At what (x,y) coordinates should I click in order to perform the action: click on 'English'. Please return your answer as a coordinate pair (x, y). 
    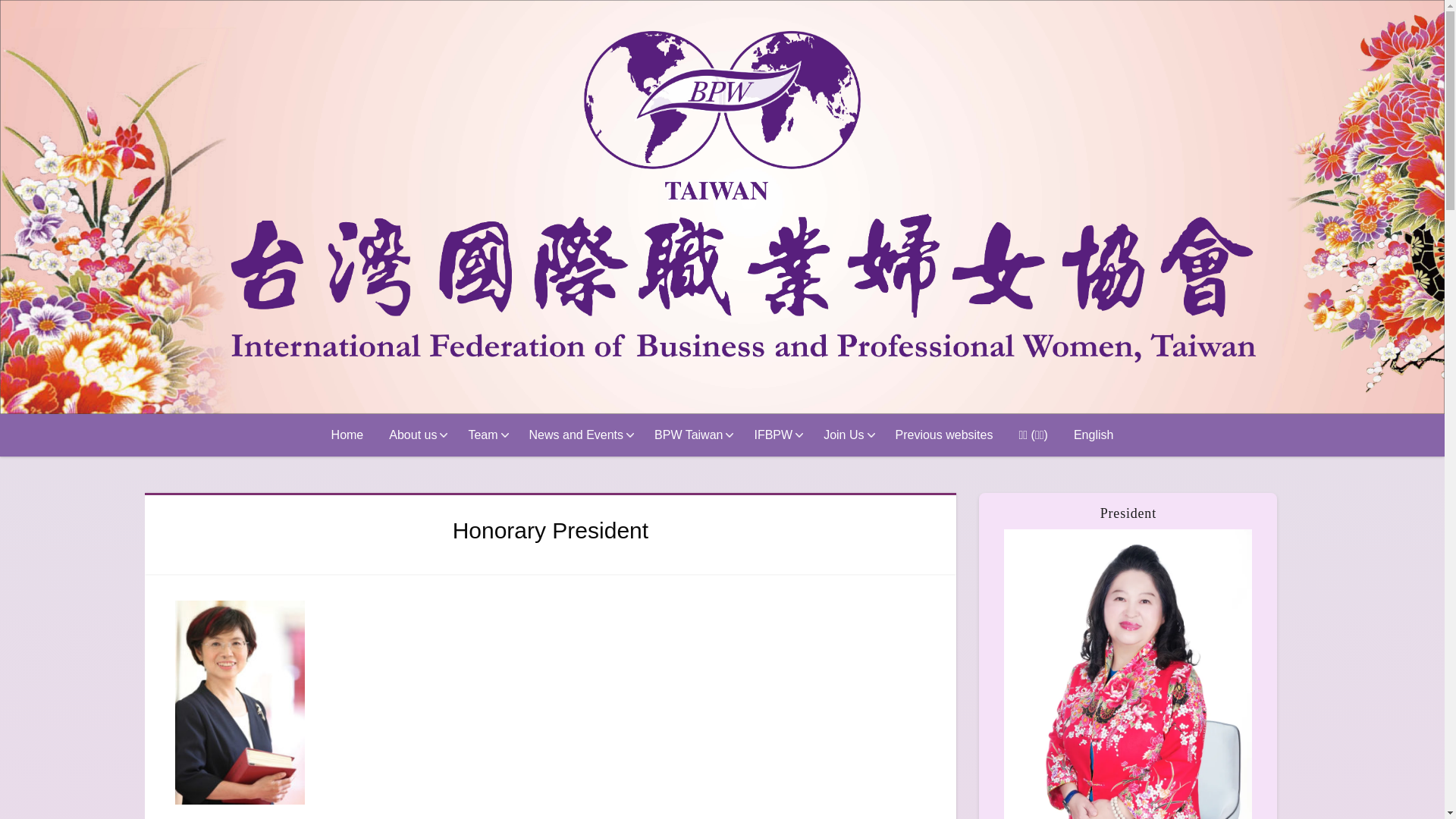
    Looking at the image, I should click on (1093, 435).